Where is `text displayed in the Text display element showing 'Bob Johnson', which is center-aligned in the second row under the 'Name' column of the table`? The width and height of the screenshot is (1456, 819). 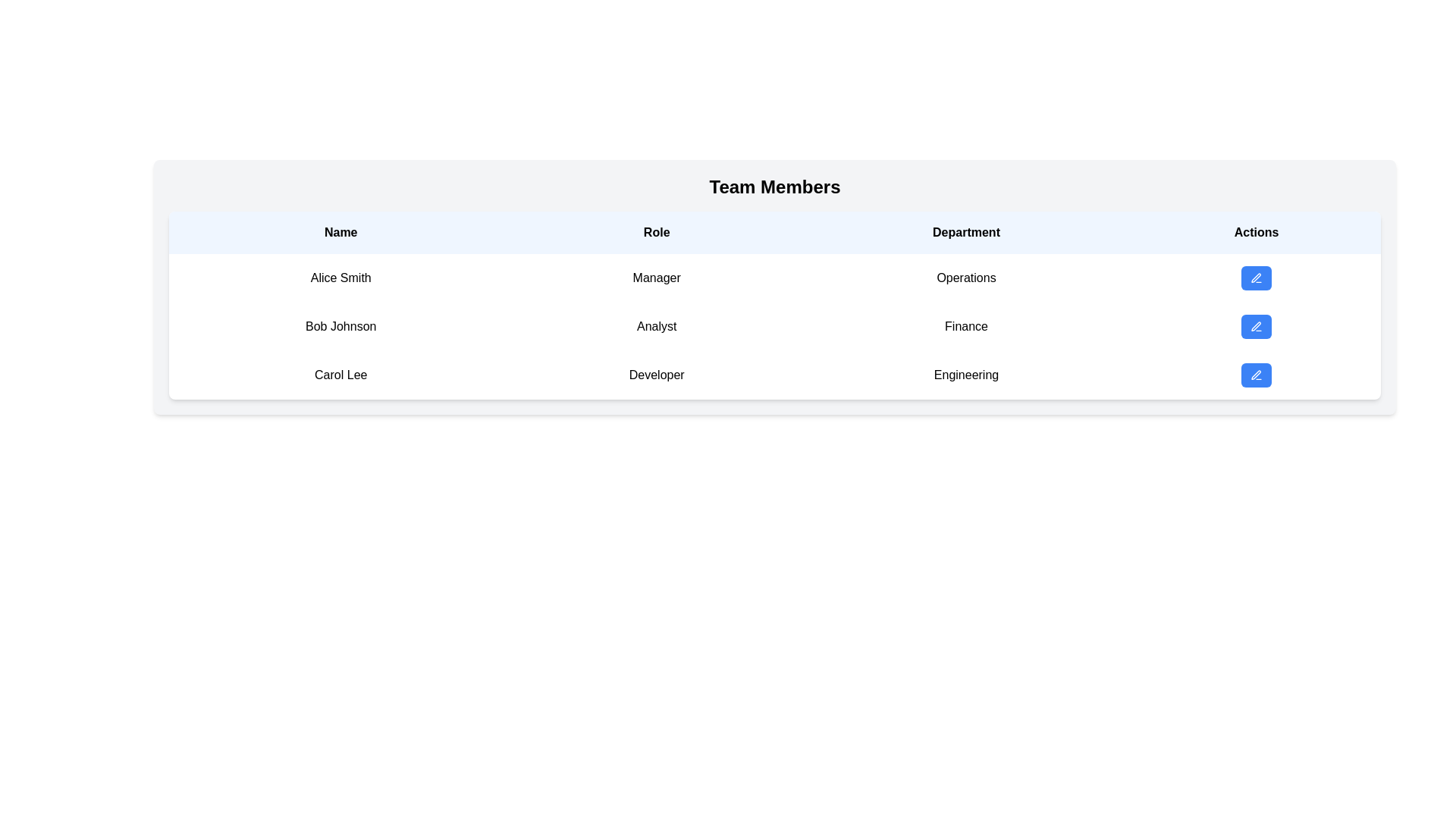 text displayed in the Text display element showing 'Bob Johnson', which is center-aligned in the second row under the 'Name' column of the table is located at coordinates (340, 326).